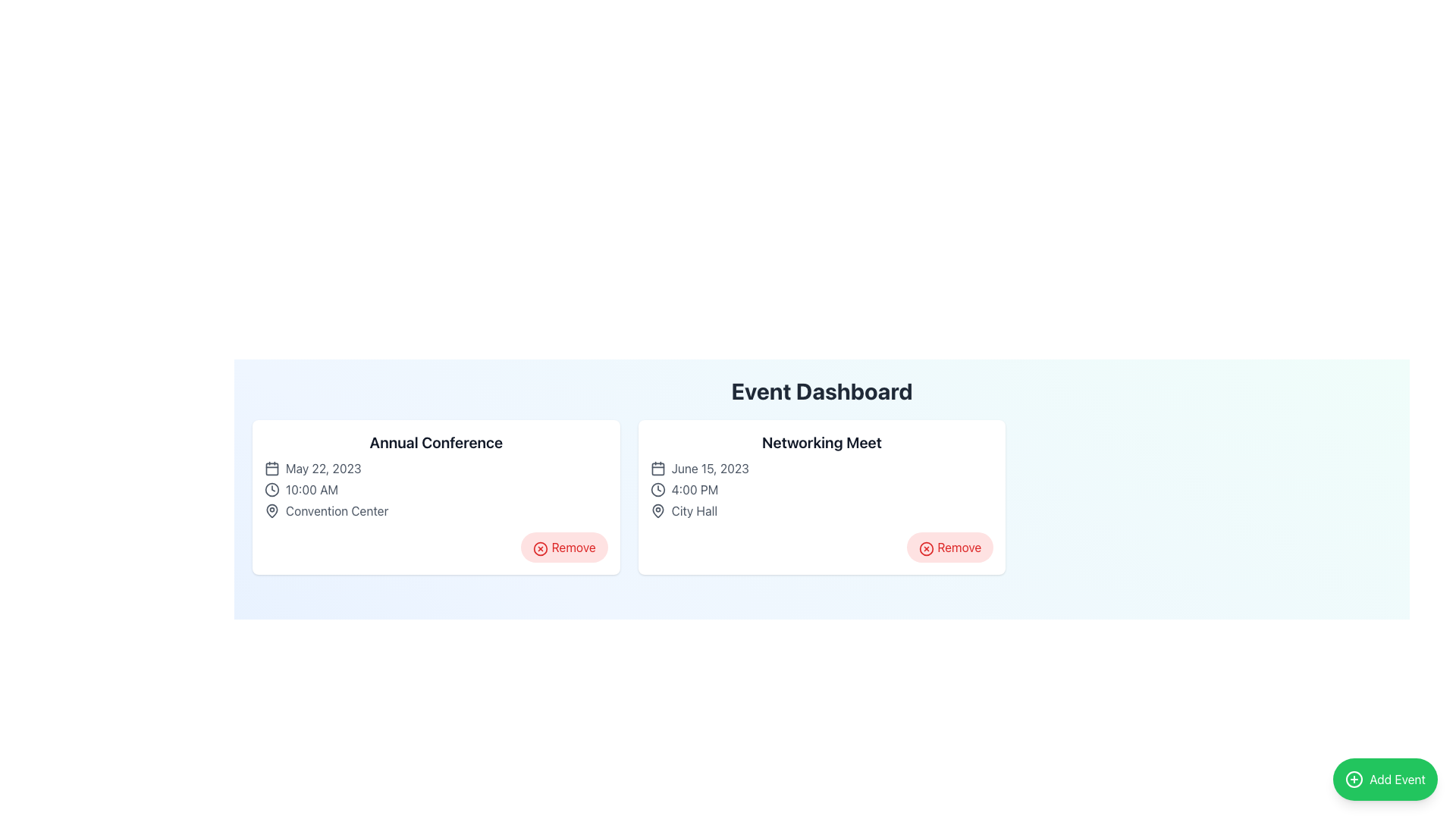 This screenshot has width=1456, height=819. Describe the element at coordinates (272, 510) in the screenshot. I see `the map pin icon located beside the venue location text 'Convention Center' in the 'Annual Conference' card` at that location.